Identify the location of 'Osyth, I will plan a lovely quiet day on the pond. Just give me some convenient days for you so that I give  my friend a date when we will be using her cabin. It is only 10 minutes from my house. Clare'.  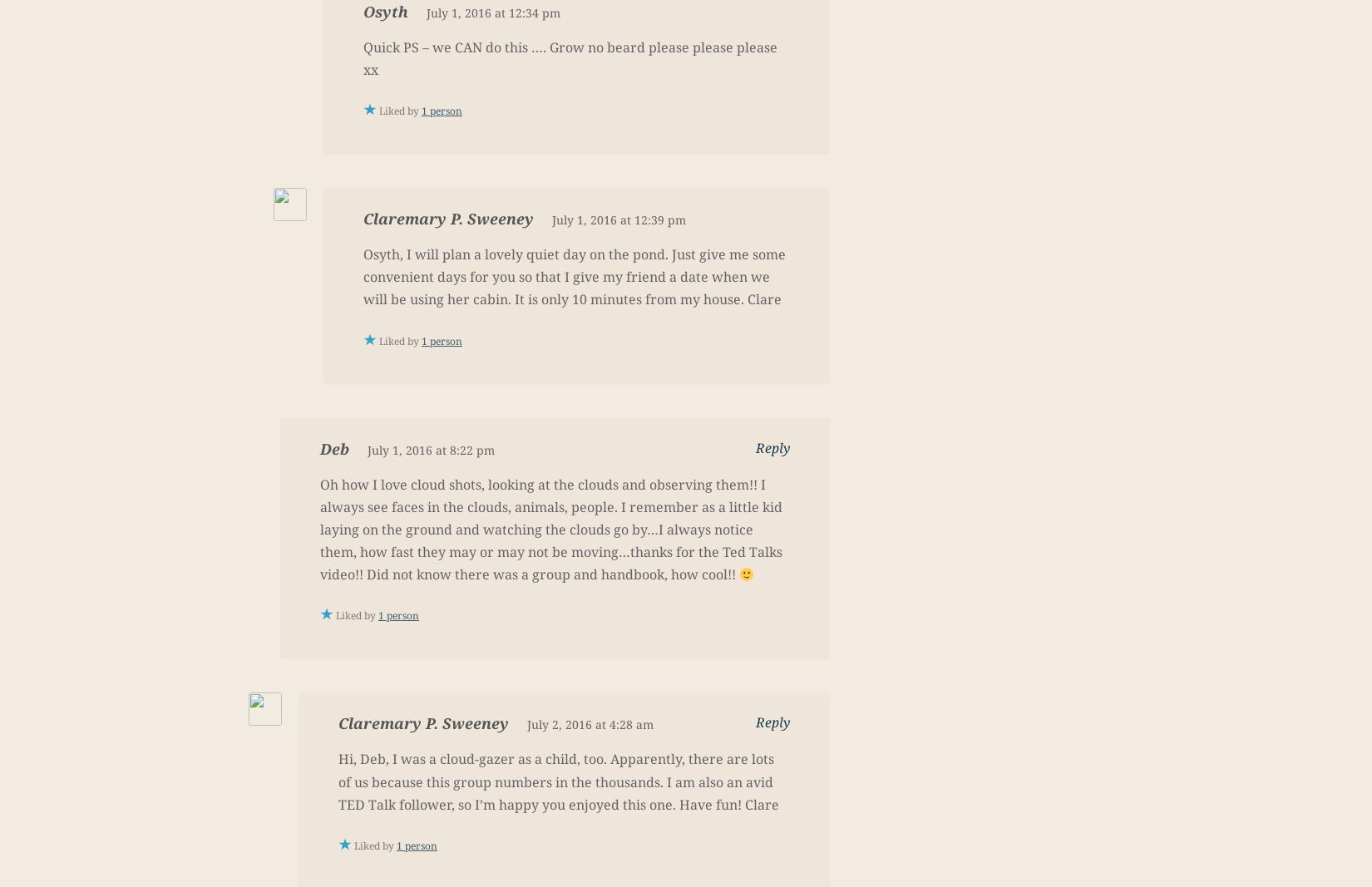
(574, 276).